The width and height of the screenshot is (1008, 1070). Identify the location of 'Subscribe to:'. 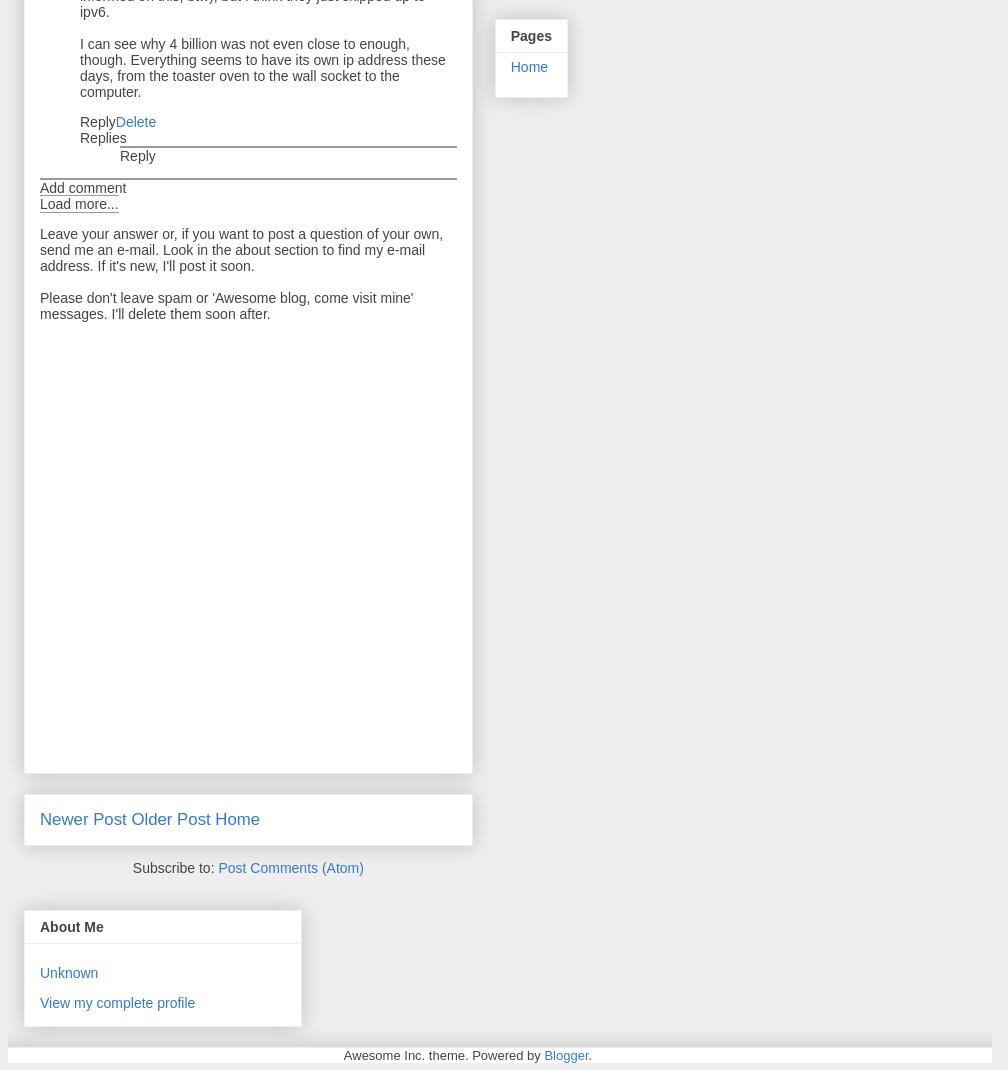
(132, 867).